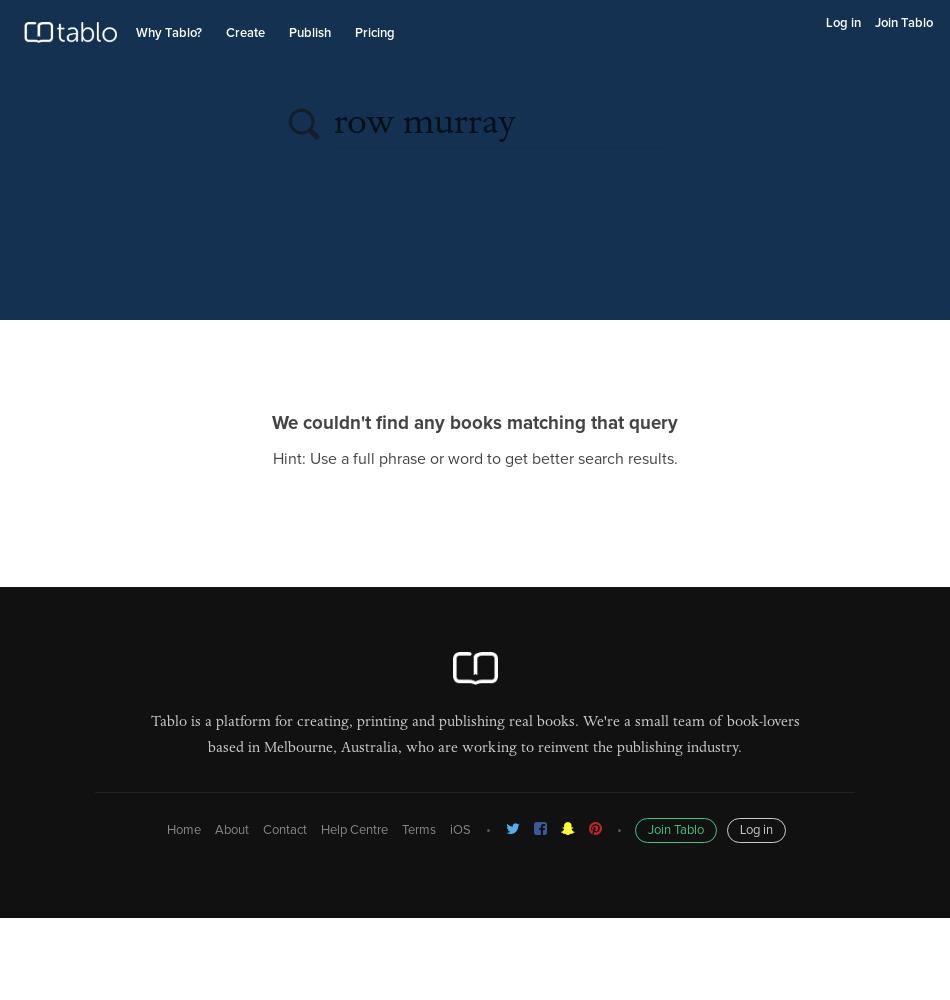 This screenshot has height=1000, width=950. Describe the element at coordinates (458, 829) in the screenshot. I see `'iOS'` at that location.